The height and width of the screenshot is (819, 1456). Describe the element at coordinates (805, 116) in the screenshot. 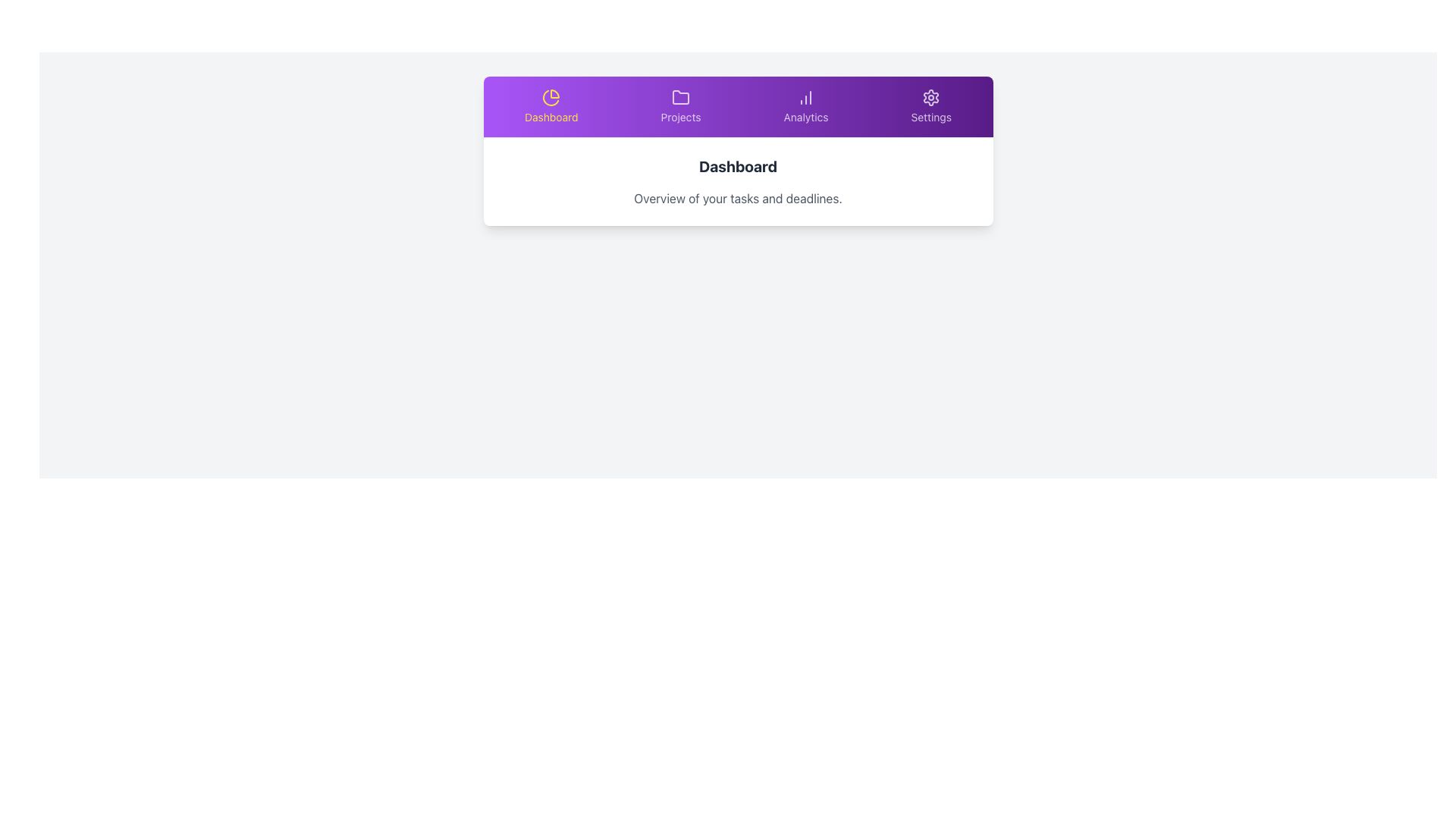

I see `the 'Analytics' text label in the top navigation bar, which guides users to the Analytics section of the interface` at that location.